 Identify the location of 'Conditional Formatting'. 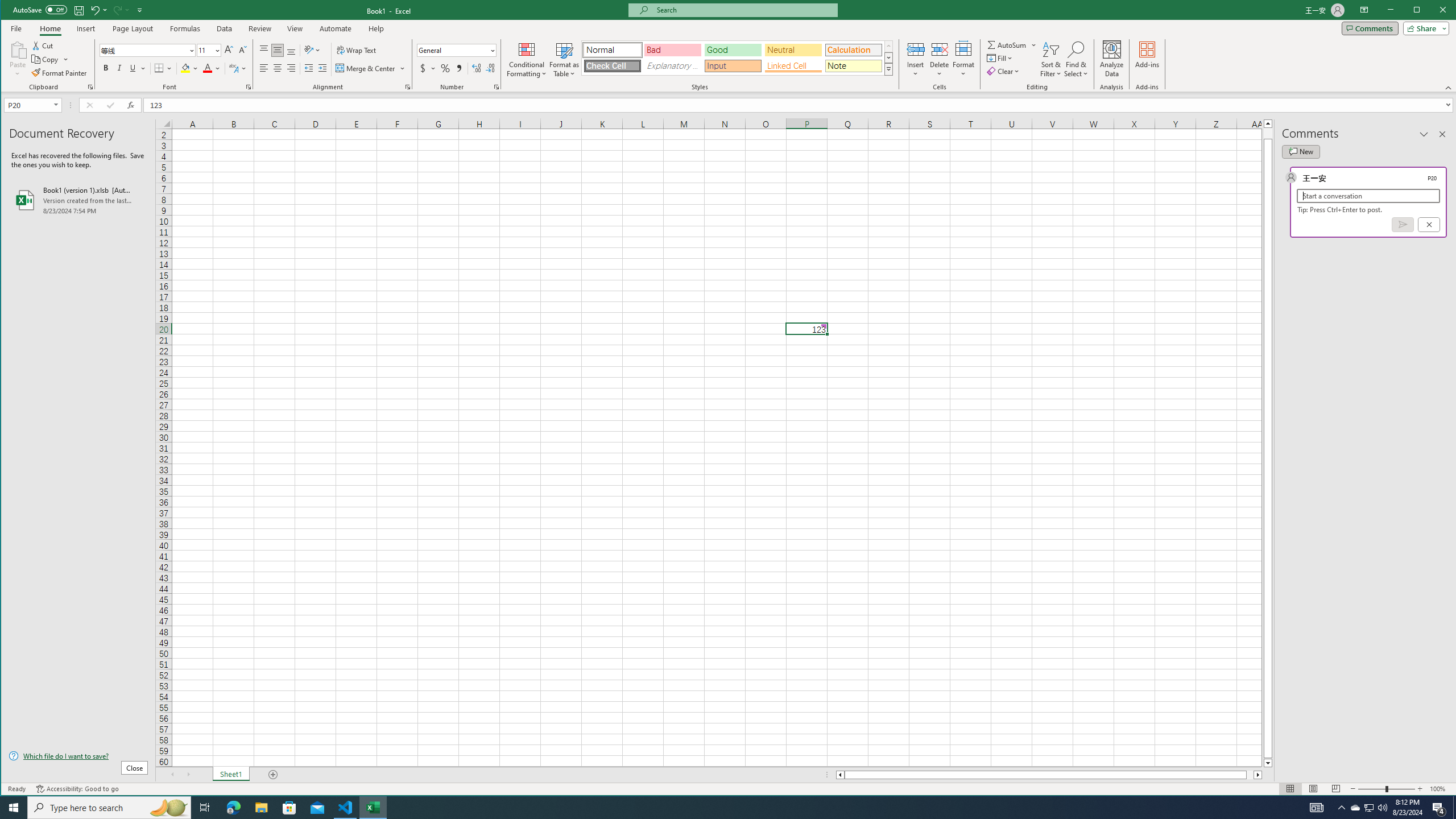
(526, 59).